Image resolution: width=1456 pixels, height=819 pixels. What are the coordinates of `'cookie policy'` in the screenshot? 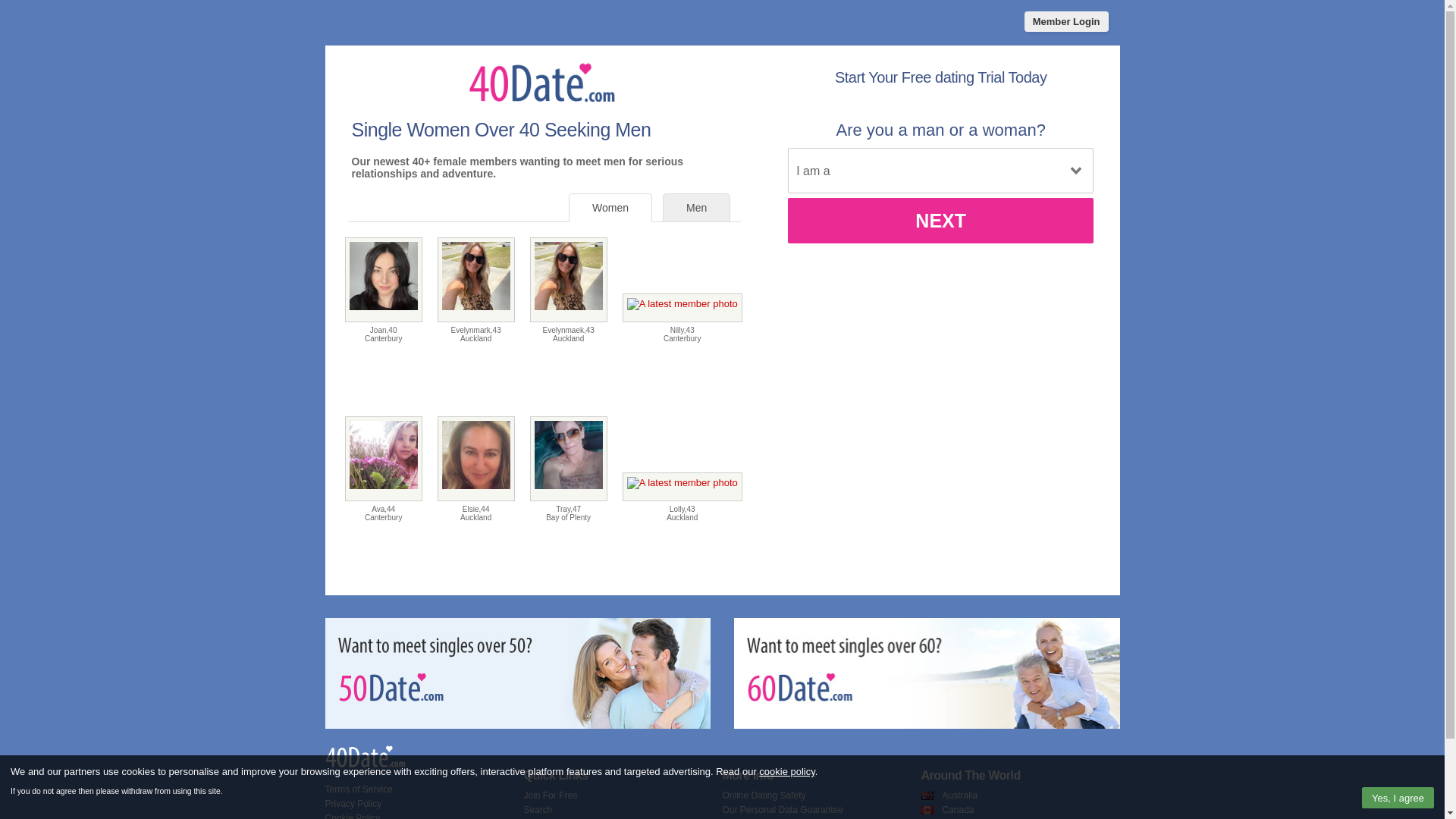 It's located at (786, 771).